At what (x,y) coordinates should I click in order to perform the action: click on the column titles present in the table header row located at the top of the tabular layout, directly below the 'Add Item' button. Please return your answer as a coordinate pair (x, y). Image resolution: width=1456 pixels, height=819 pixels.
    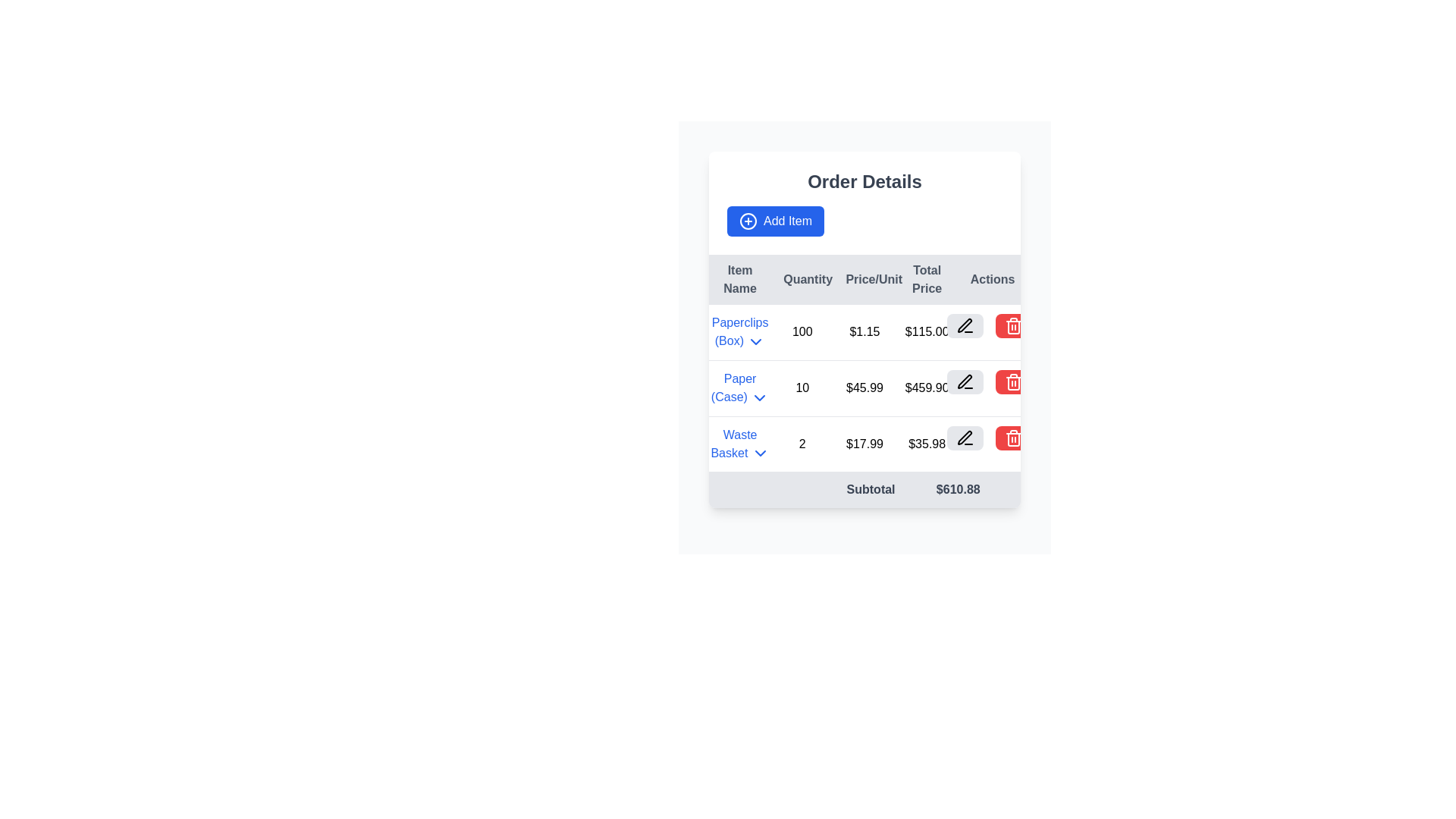
    Looking at the image, I should click on (864, 280).